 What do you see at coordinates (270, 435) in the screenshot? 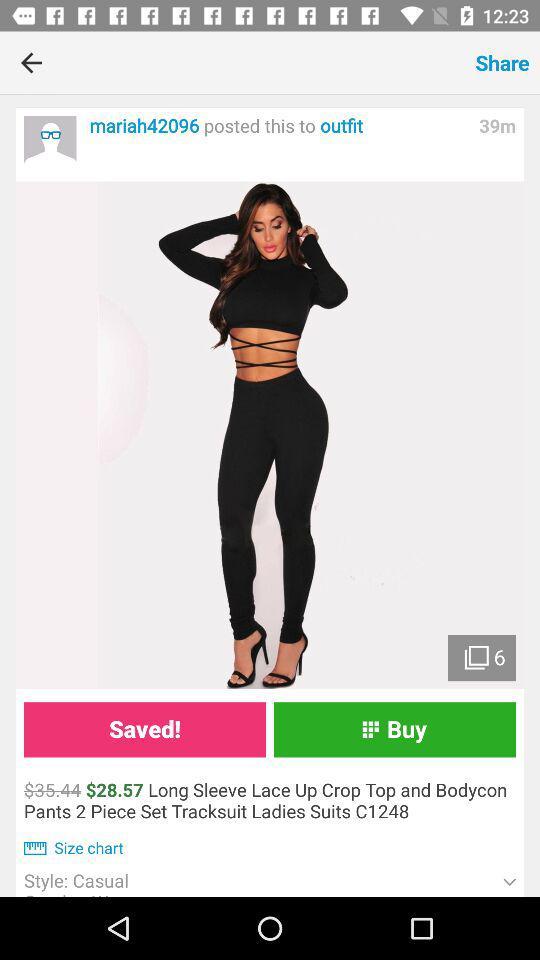
I see `item above saved! item` at bounding box center [270, 435].